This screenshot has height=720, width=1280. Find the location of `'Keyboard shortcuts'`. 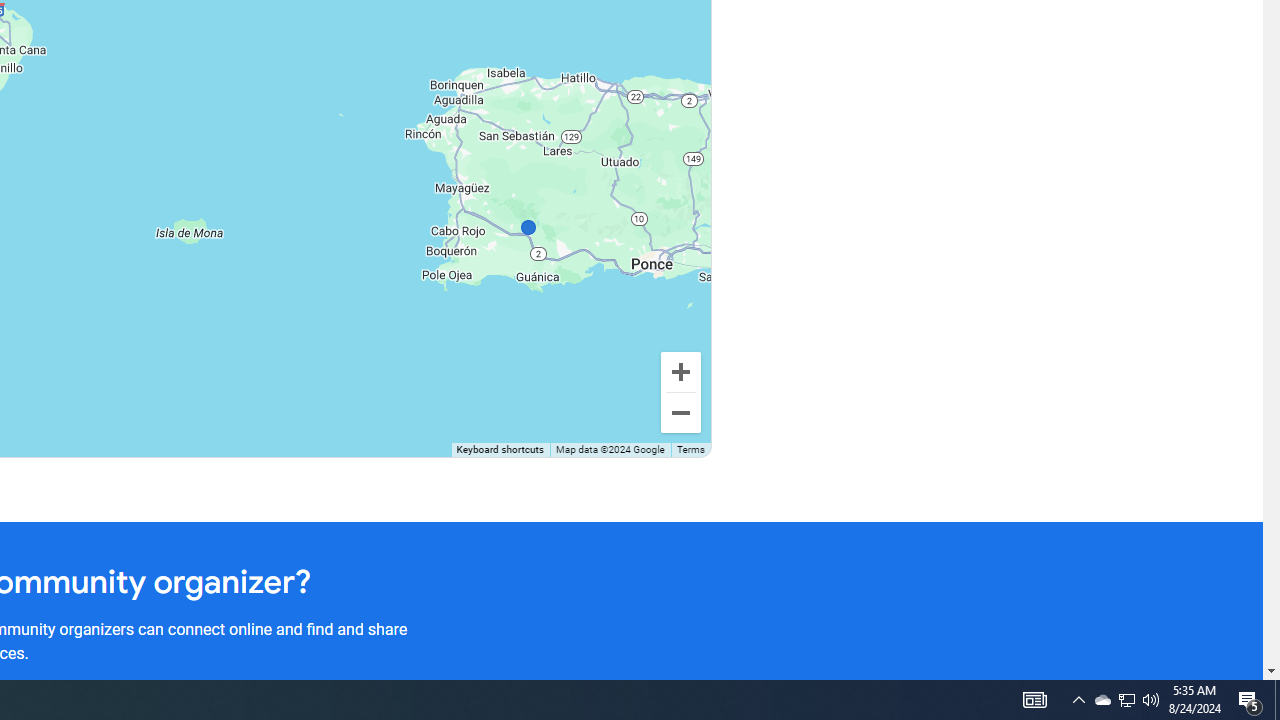

'Keyboard shortcuts' is located at coordinates (499, 450).